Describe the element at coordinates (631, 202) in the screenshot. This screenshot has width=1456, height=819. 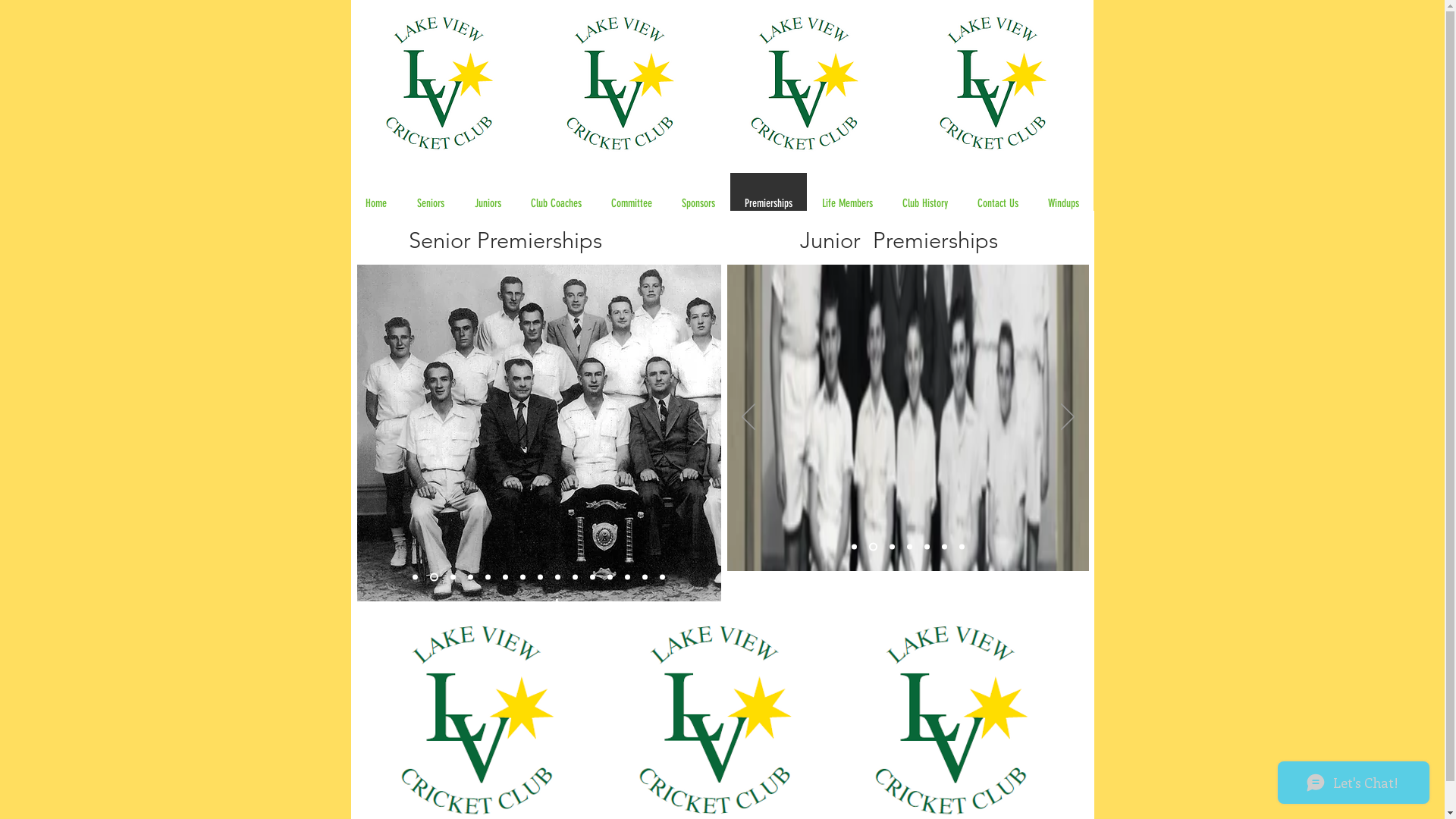
I see `'Committee'` at that location.